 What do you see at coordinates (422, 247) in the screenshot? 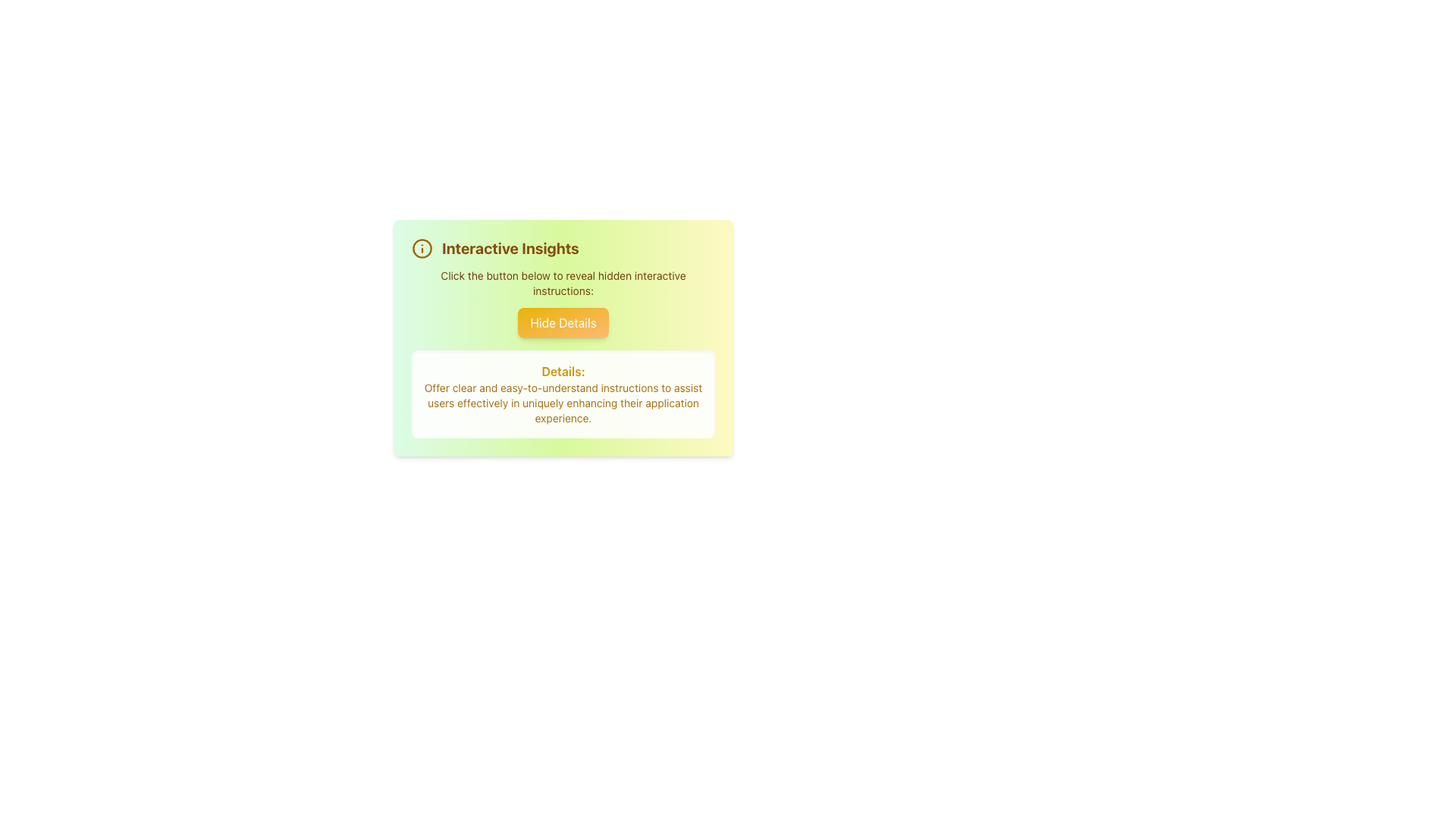
I see `the circular informational icon with a central 'i' symbol, styled in yellow and brown hues, located to the left of the 'Interactive Insights' text` at bounding box center [422, 247].